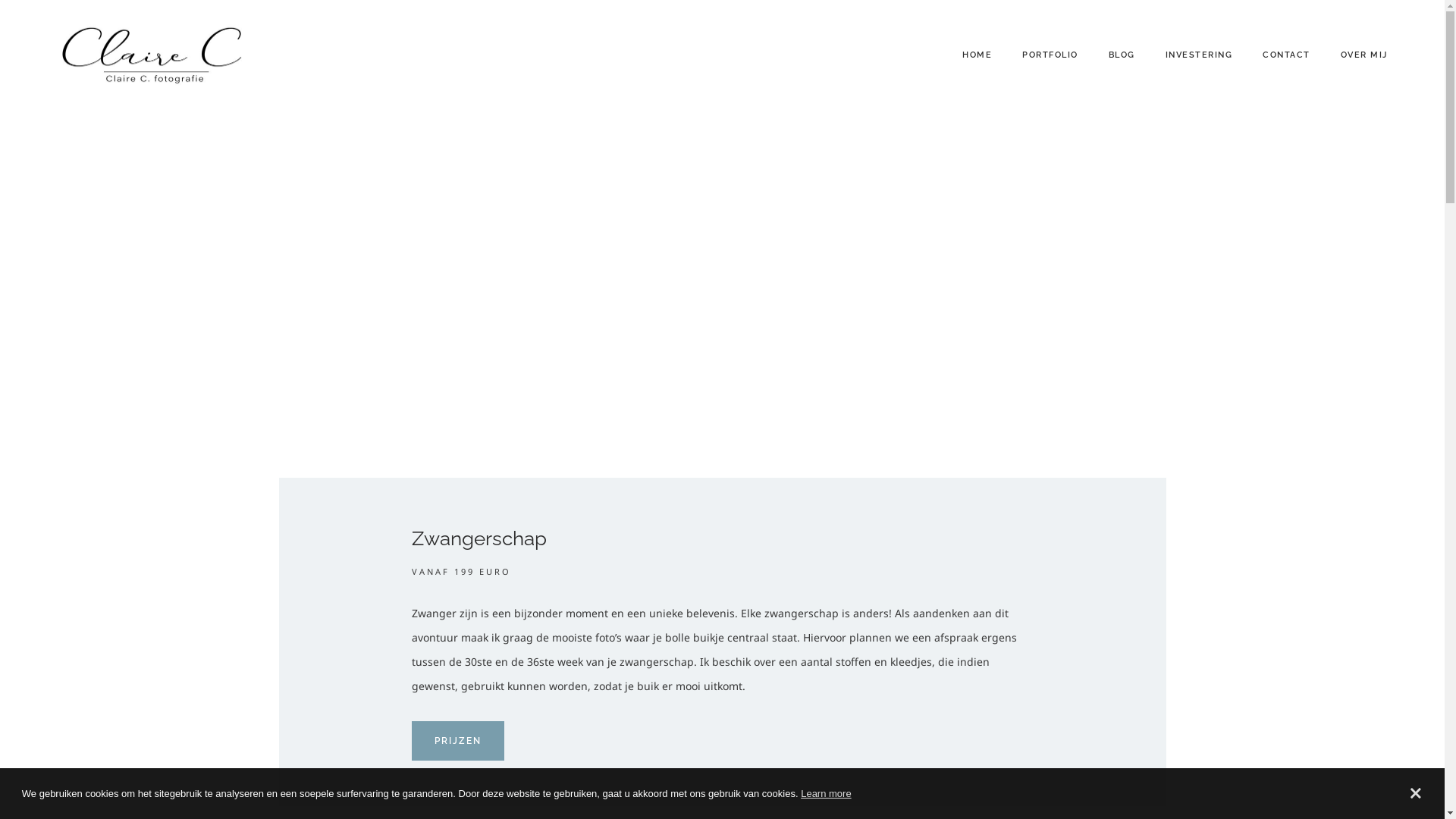 The height and width of the screenshot is (819, 1456). Describe the element at coordinates (825, 792) in the screenshot. I see `'Learn more'` at that location.